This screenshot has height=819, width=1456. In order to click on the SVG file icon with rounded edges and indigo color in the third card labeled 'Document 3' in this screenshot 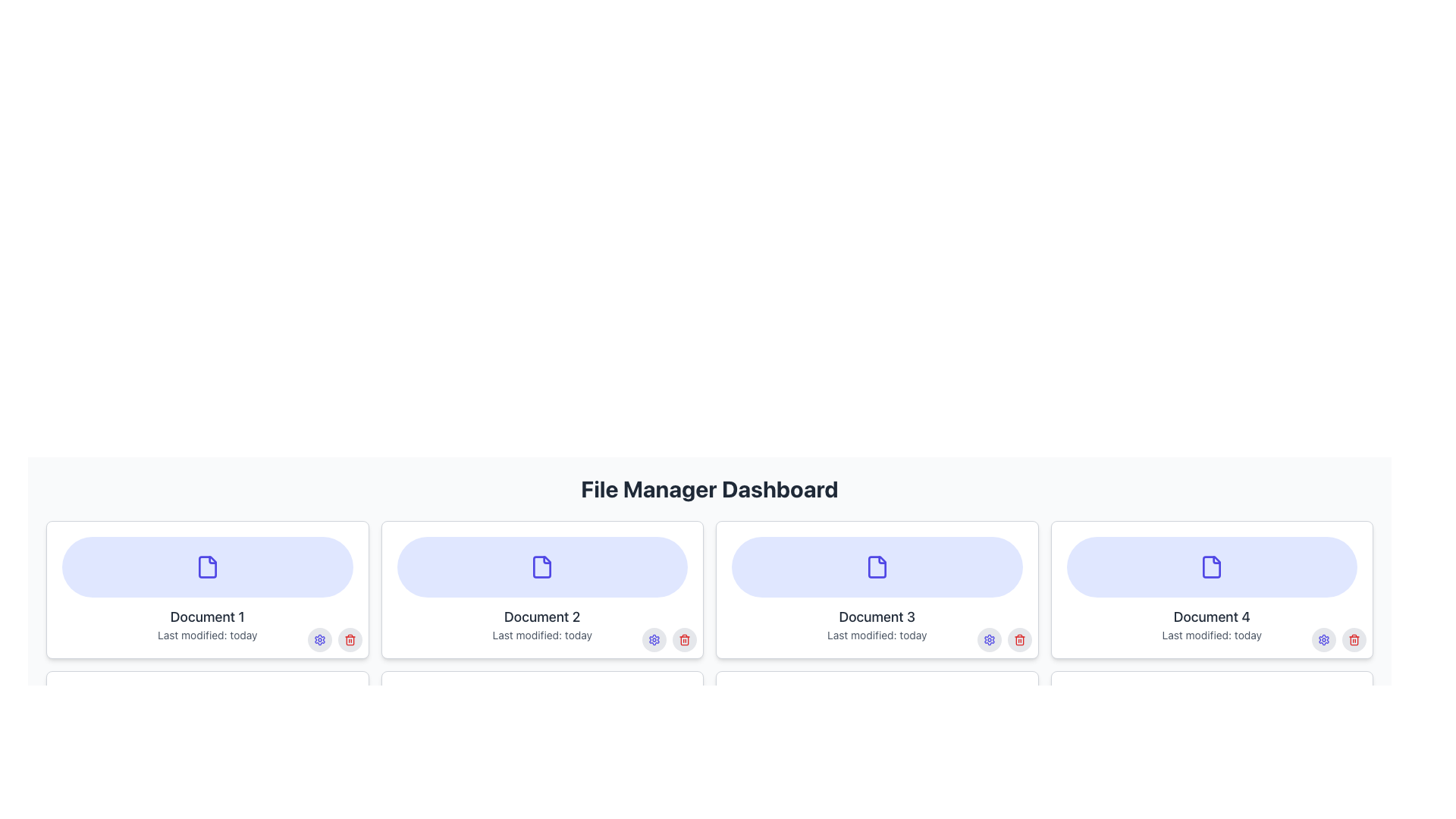, I will do `click(877, 567)`.